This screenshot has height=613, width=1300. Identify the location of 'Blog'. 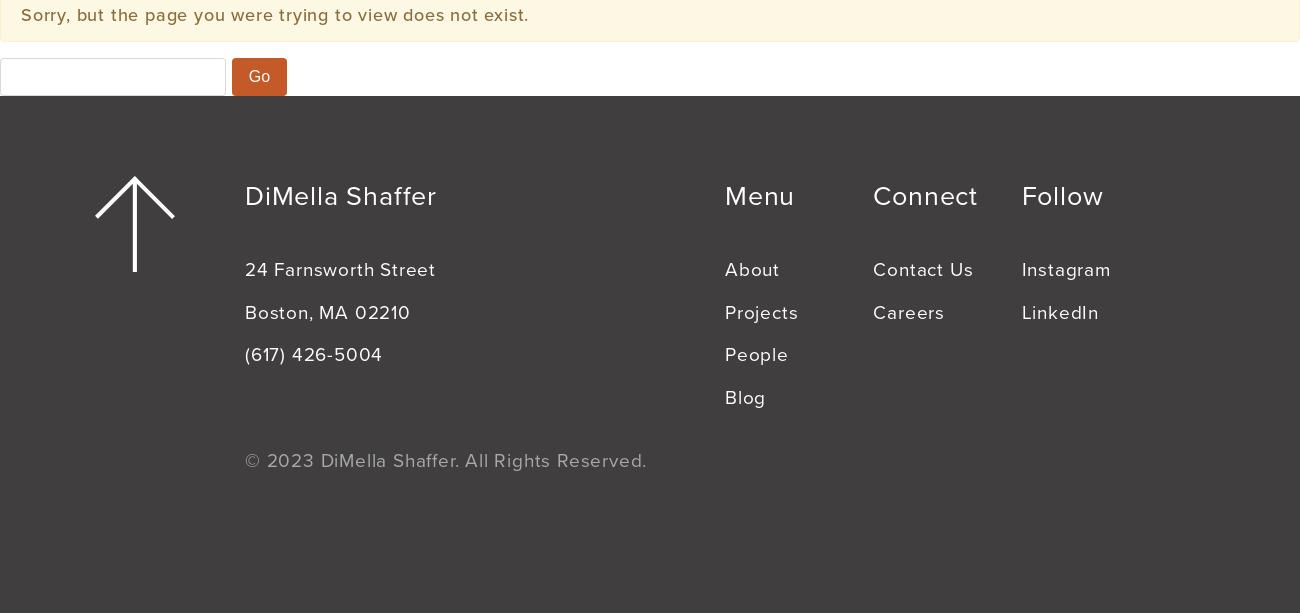
(745, 397).